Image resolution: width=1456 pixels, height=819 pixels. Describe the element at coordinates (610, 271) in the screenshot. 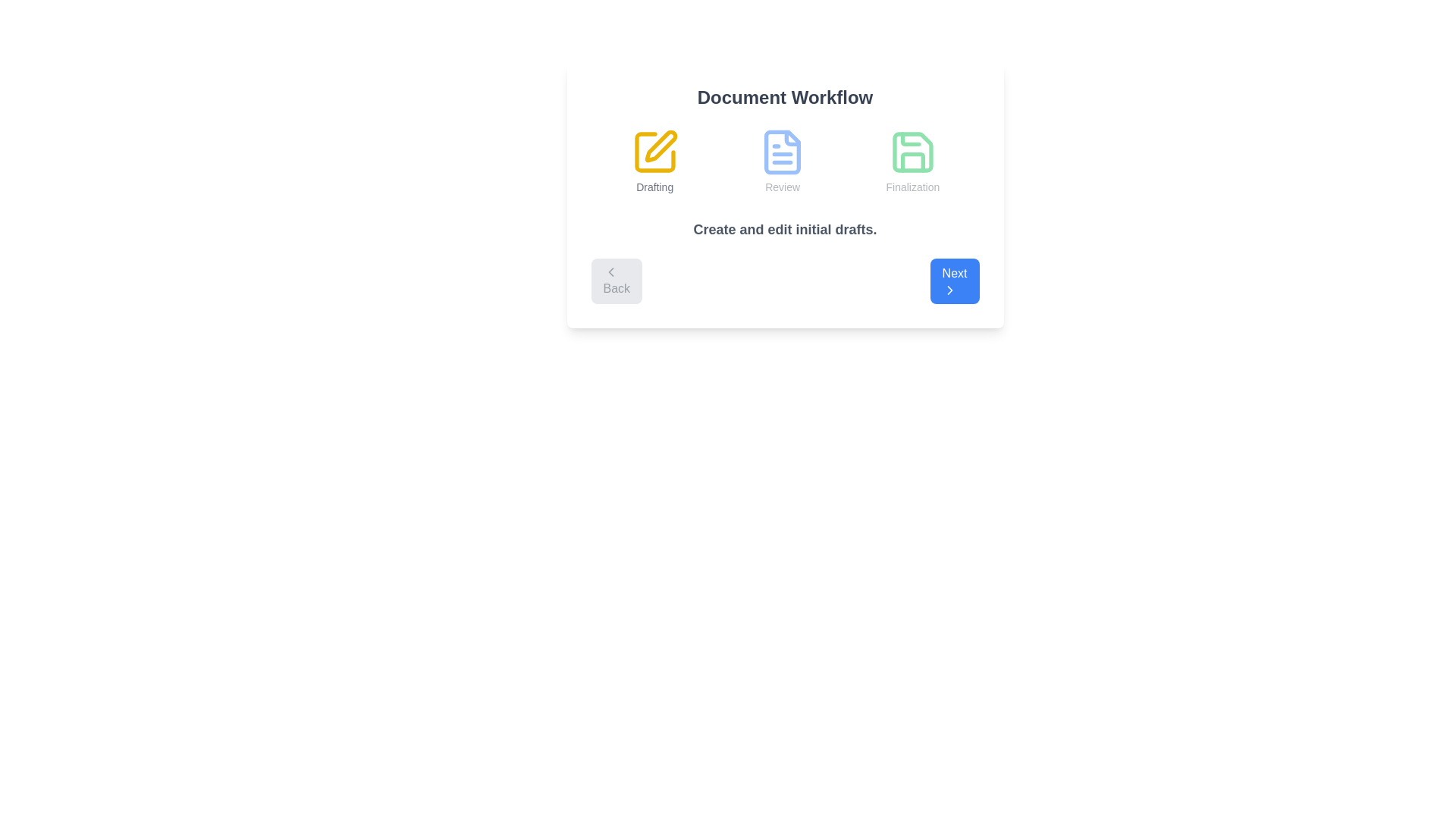

I see `the 'Back' button which contains the visual arrow indicator for navigation to the previous step or page` at that location.